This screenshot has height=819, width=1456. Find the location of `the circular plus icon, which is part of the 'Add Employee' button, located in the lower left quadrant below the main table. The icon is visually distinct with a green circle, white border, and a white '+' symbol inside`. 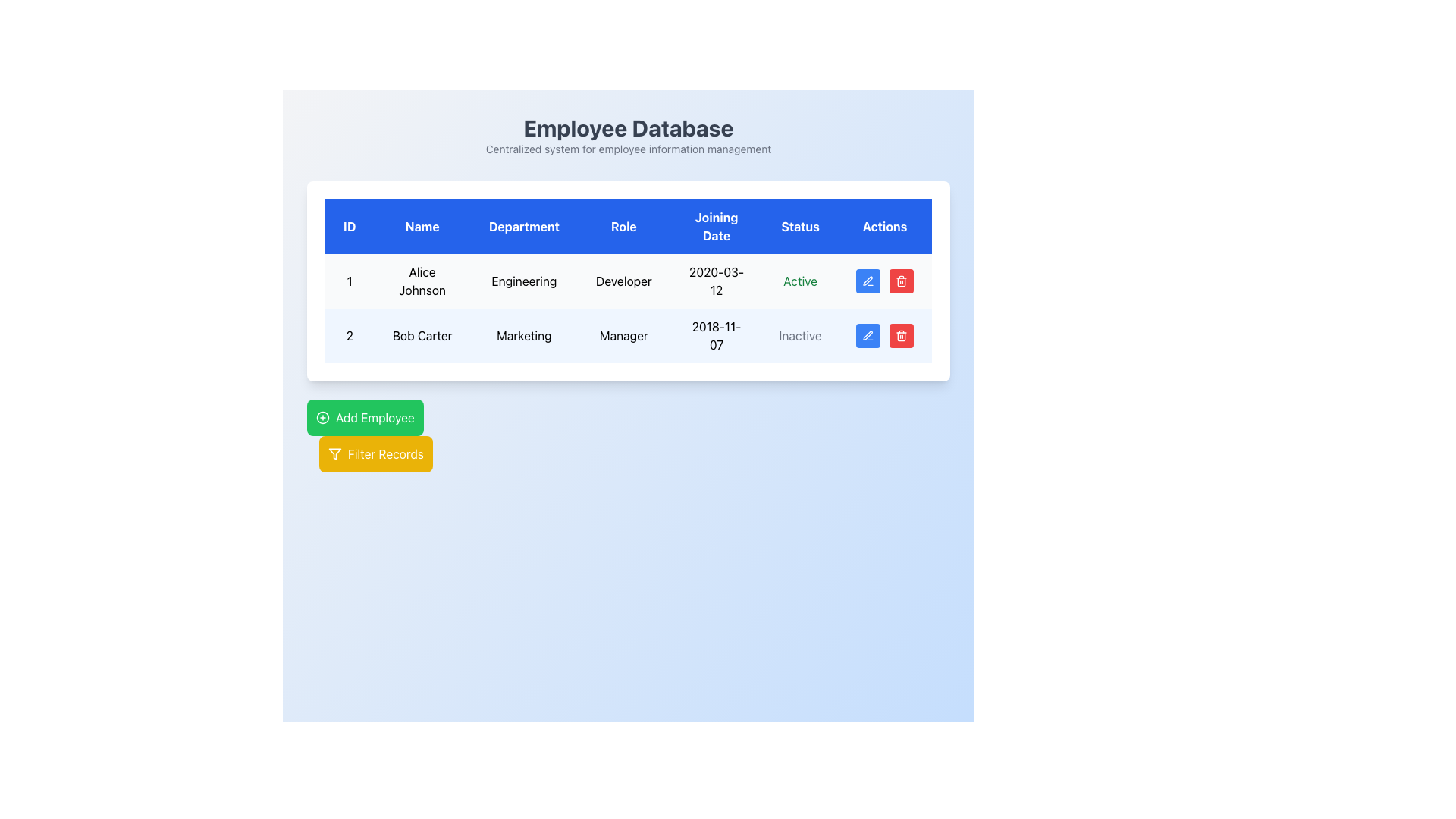

the circular plus icon, which is part of the 'Add Employee' button, located in the lower left quadrant below the main table. The icon is visually distinct with a green circle, white border, and a white '+' symbol inside is located at coordinates (322, 418).